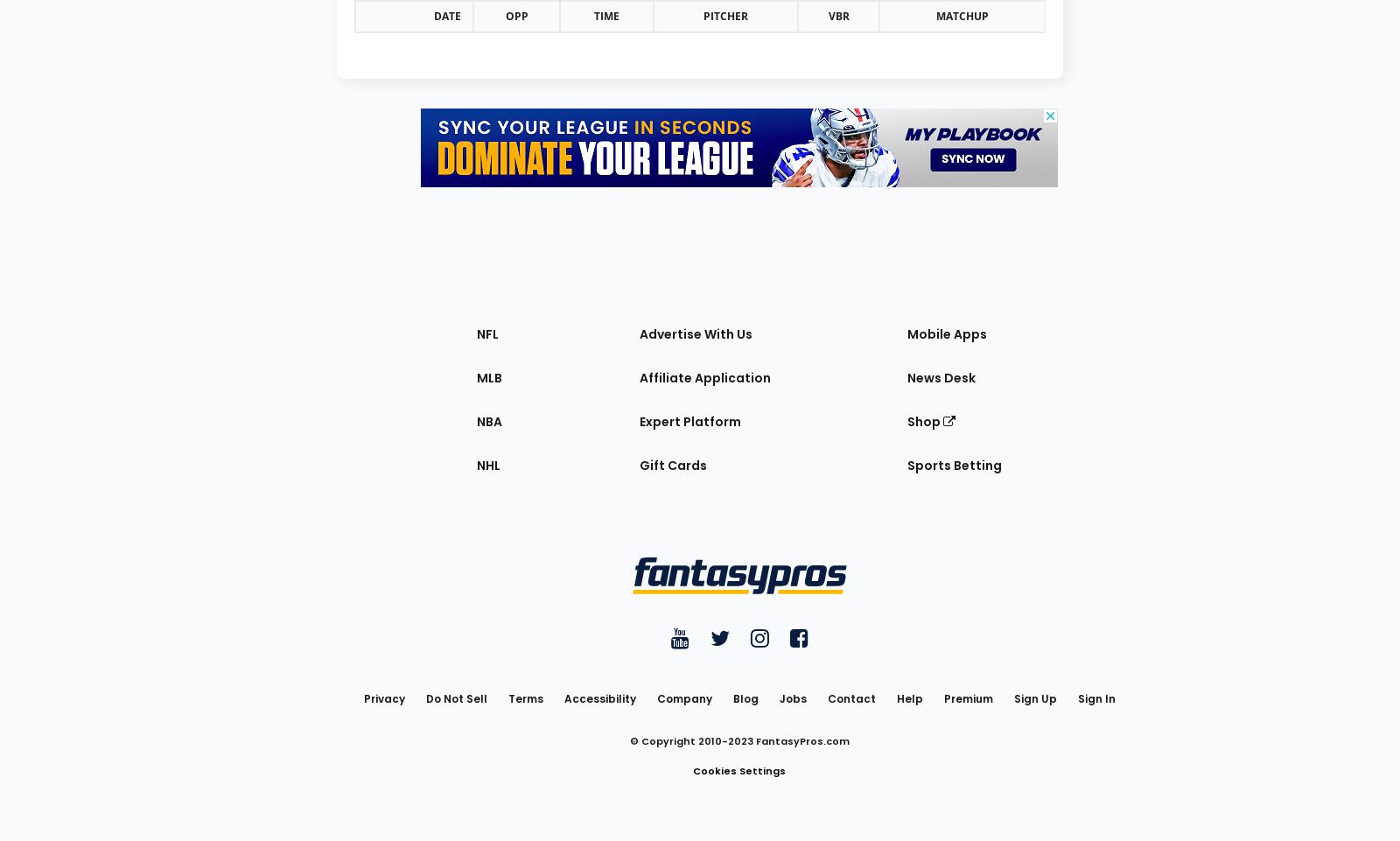 This screenshot has width=1400, height=841. Describe the element at coordinates (486, 333) in the screenshot. I see `'NFL'` at that location.